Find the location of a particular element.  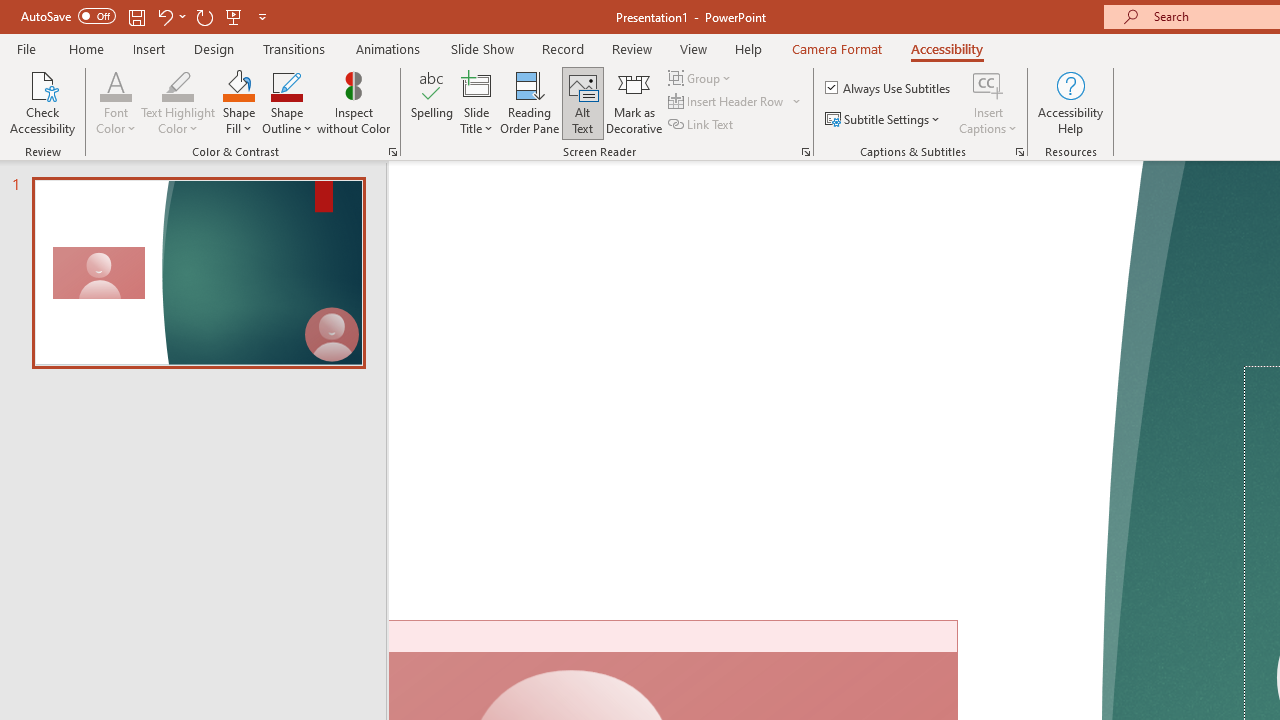

'Accessibility Help' is located at coordinates (1069, 103).